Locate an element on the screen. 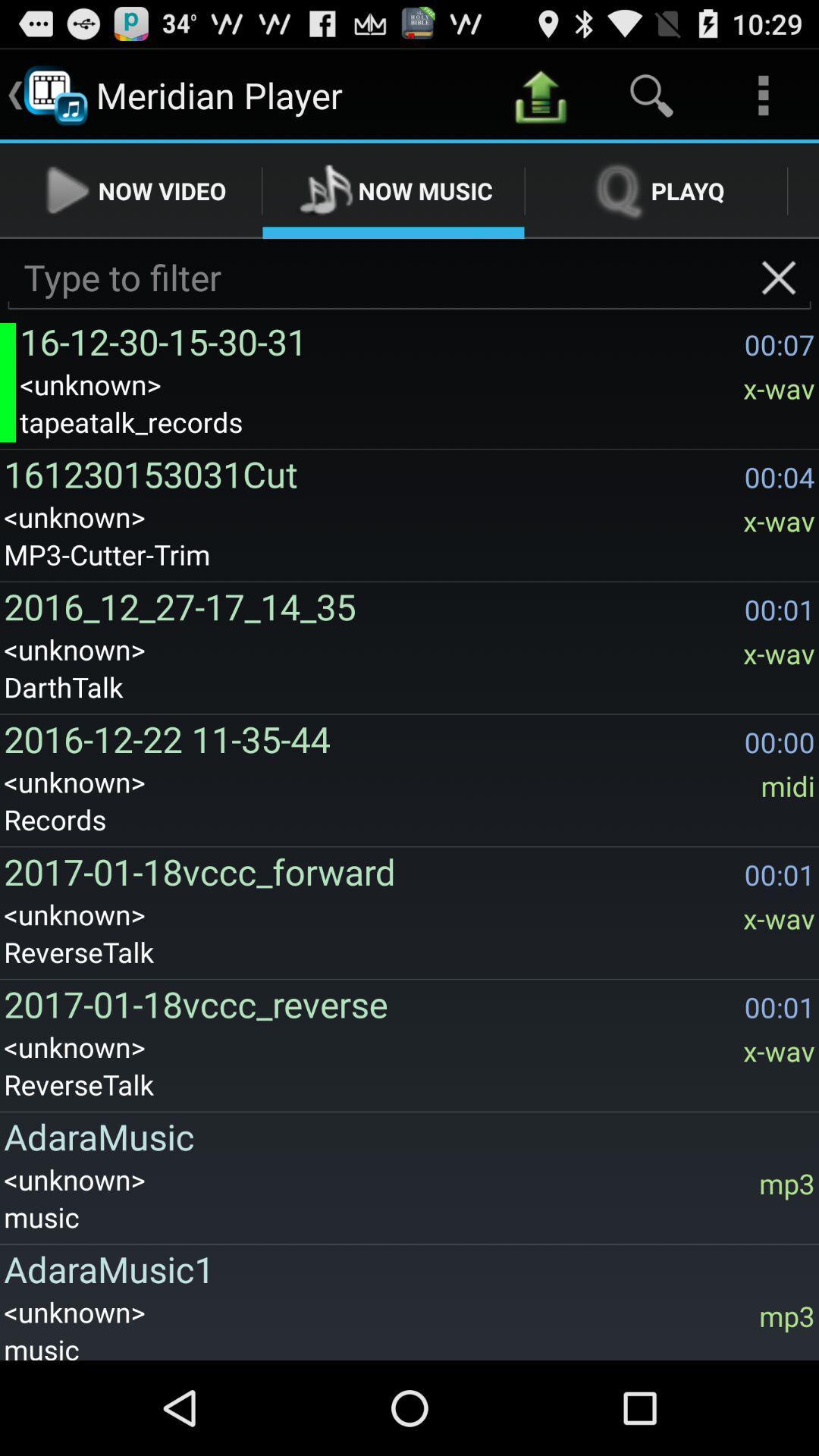  item above the <unknown> item is located at coordinates (377, 340).